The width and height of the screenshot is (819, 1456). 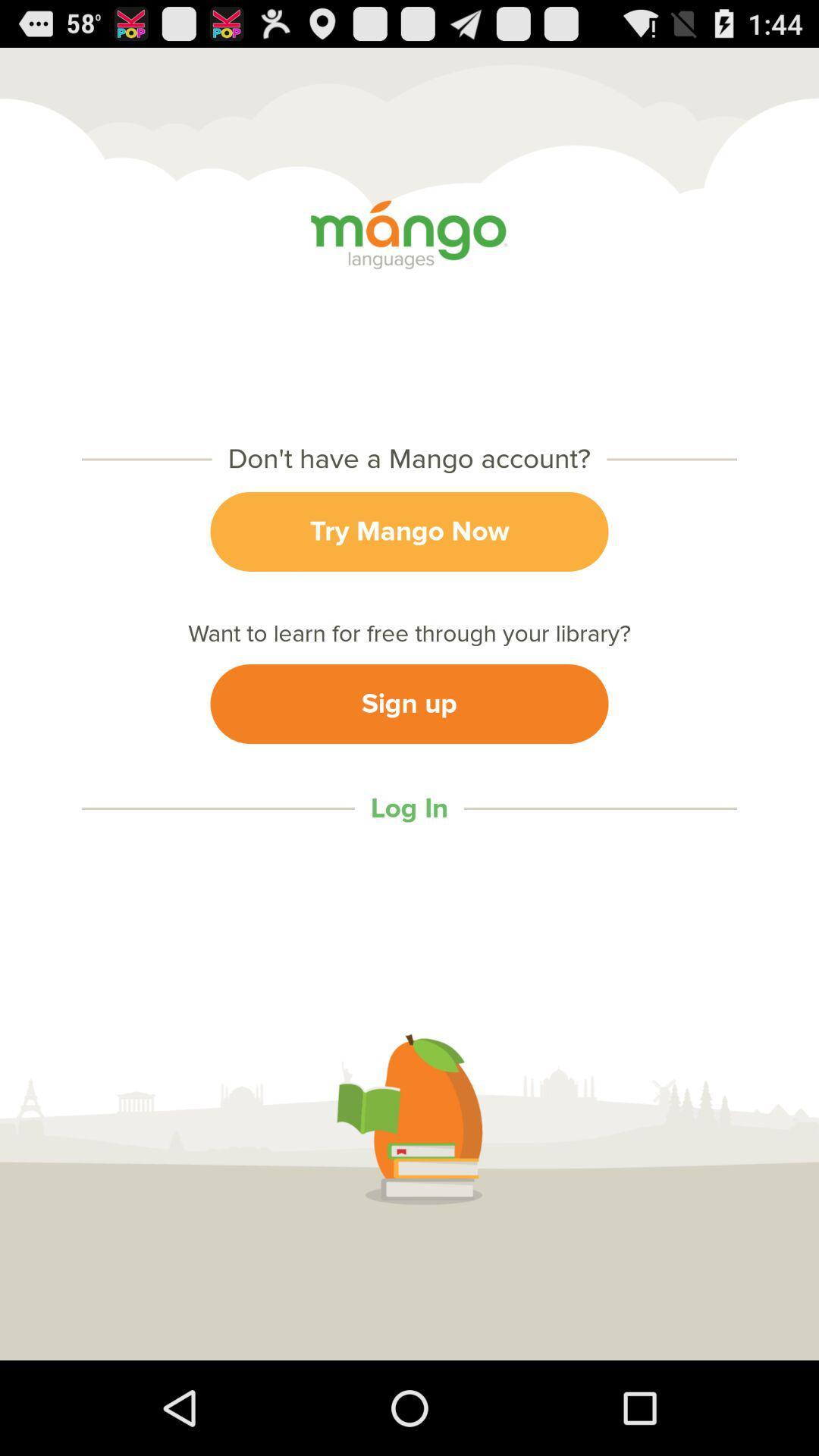 I want to click on log in item, so click(x=409, y=808).